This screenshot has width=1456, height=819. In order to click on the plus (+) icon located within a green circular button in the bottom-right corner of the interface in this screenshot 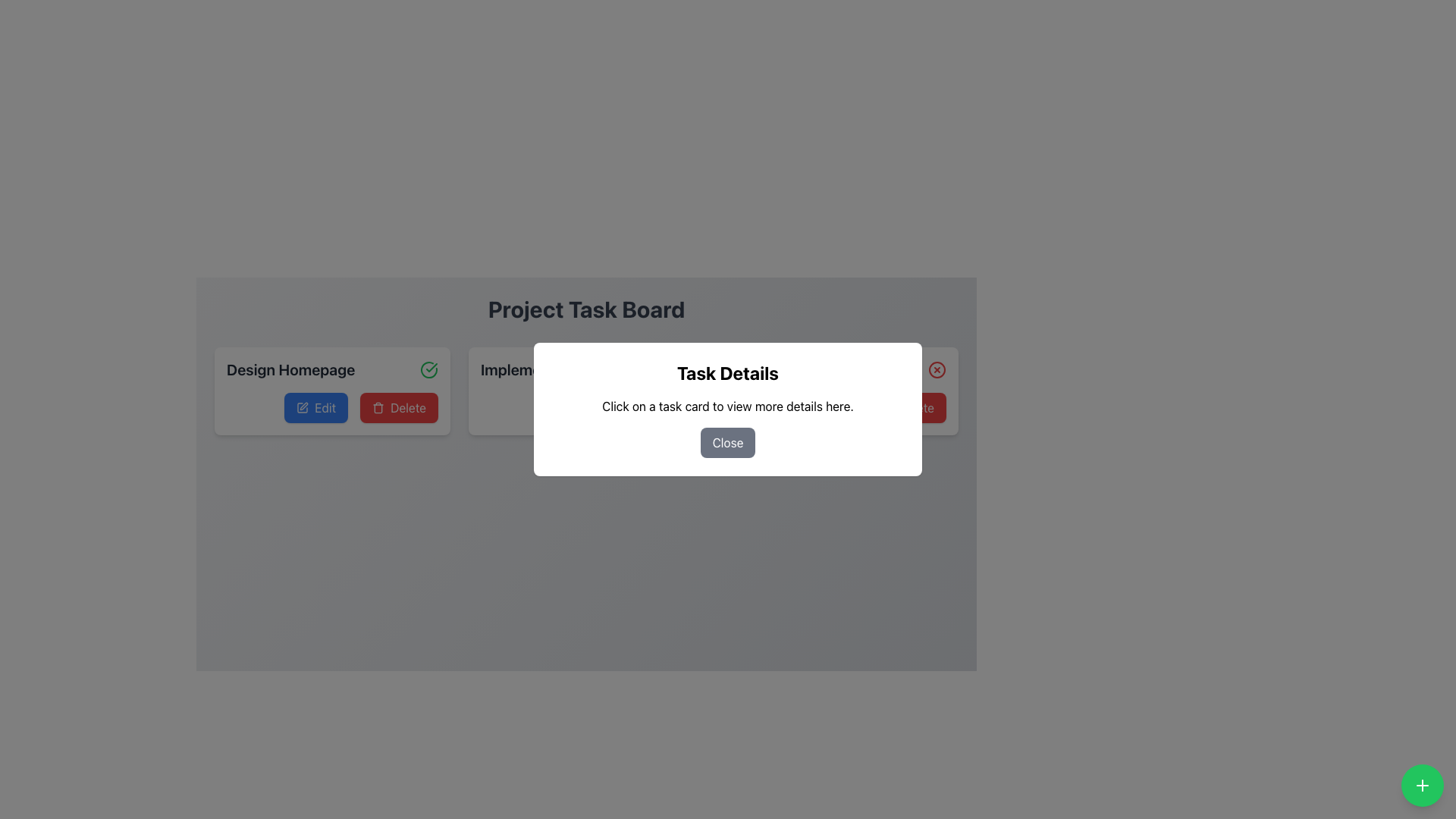, I will do `click(1422, 785)`.